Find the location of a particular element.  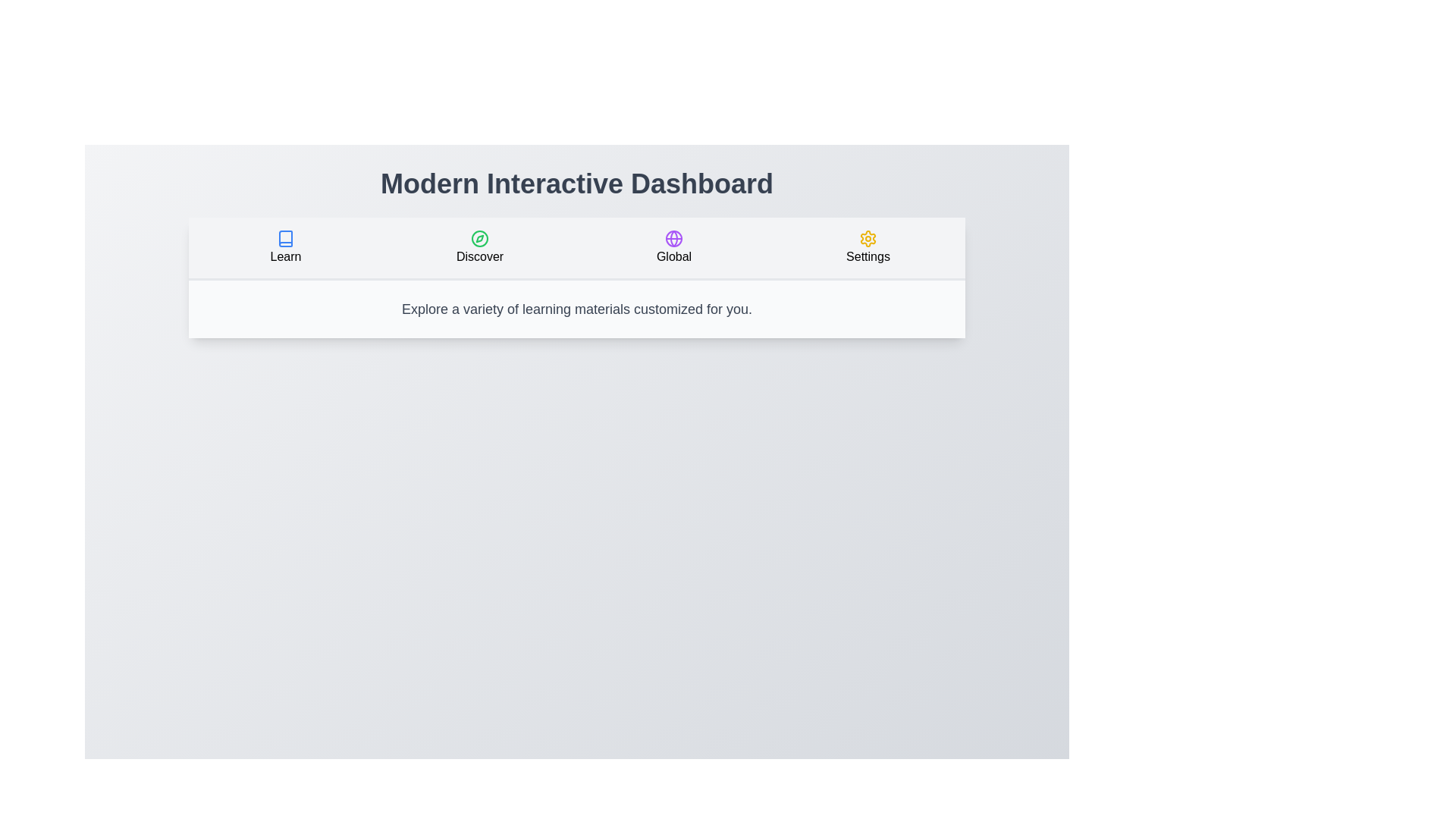

the 'Learn' button, which features a blue book icon and is located on the leftmost side of the navigation bar is located at coordinates (286, 247).